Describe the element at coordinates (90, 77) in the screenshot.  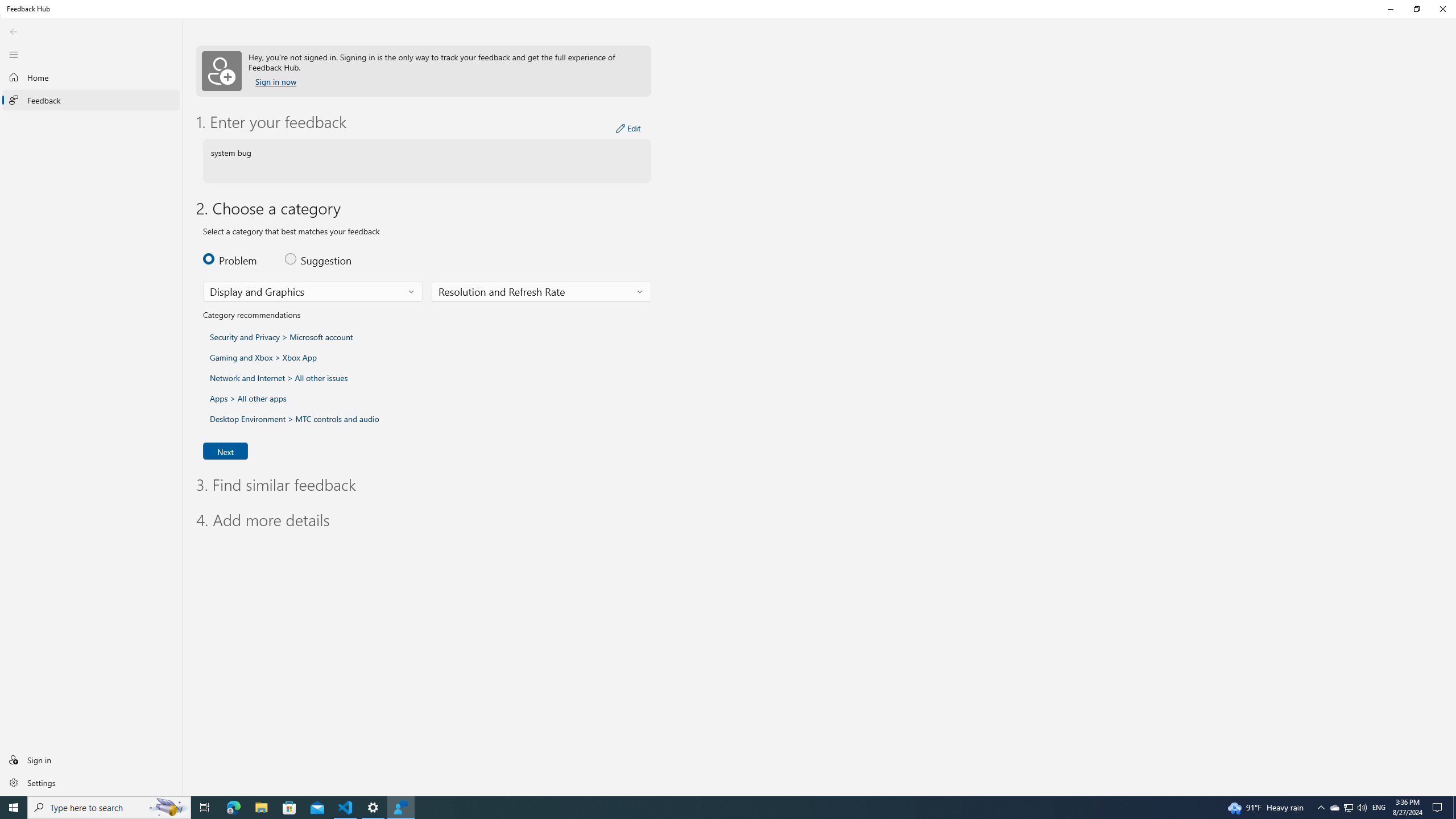
I see `'Home'` at that location.